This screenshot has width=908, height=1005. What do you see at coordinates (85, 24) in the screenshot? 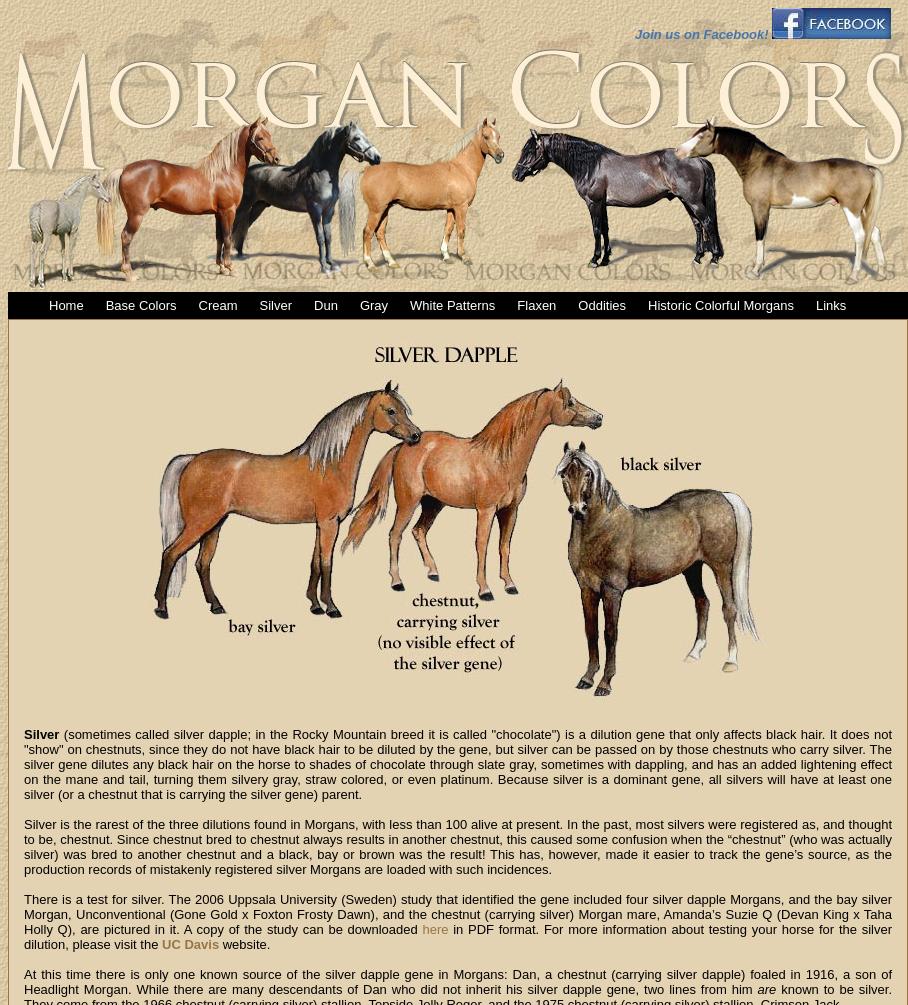
I see `'Loading Image...'` at bounding box center [85, 24].